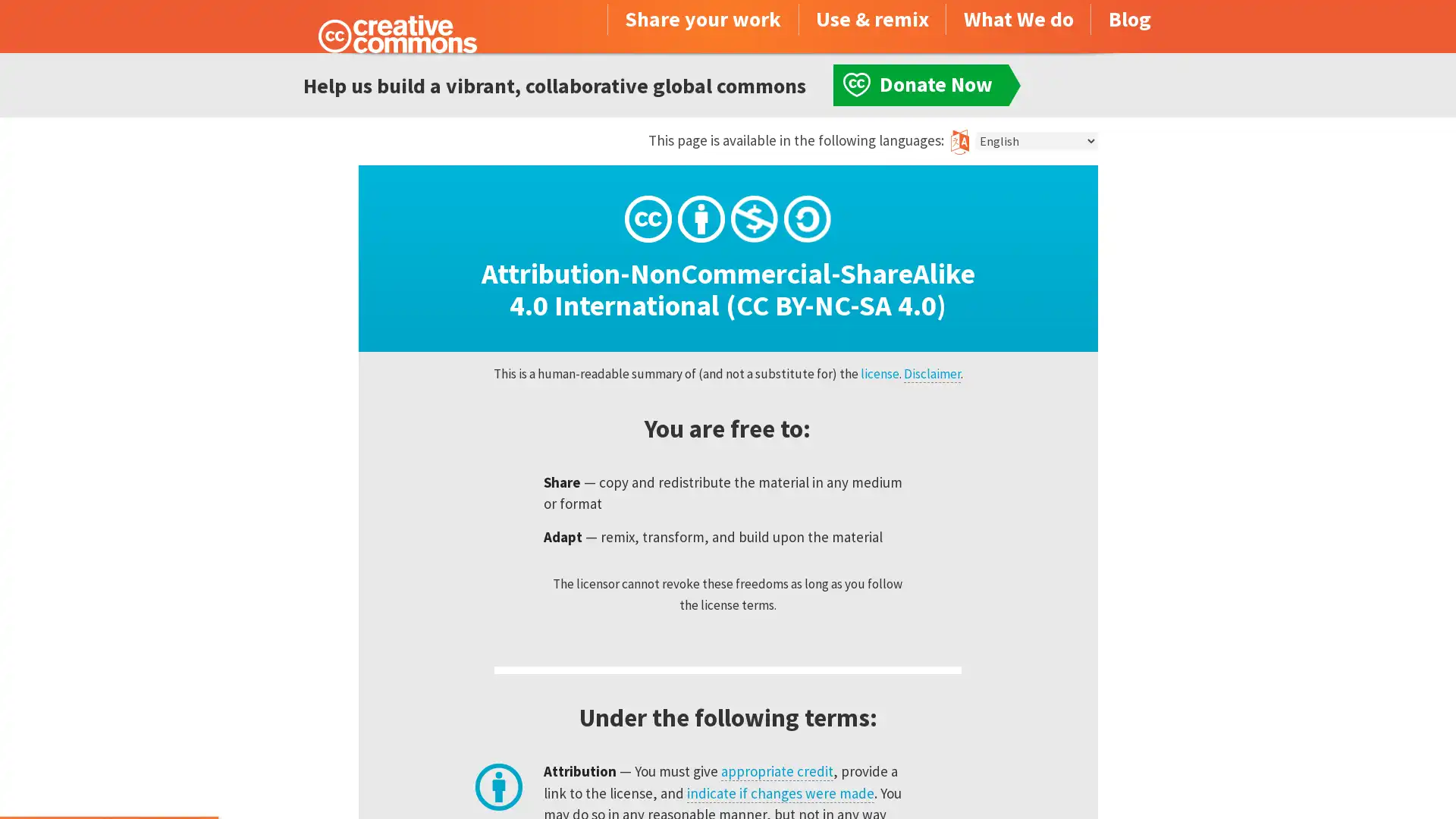 The height and width of the screenshot is (819, 1456). I want to click on Donate Now, so click(108, 778).